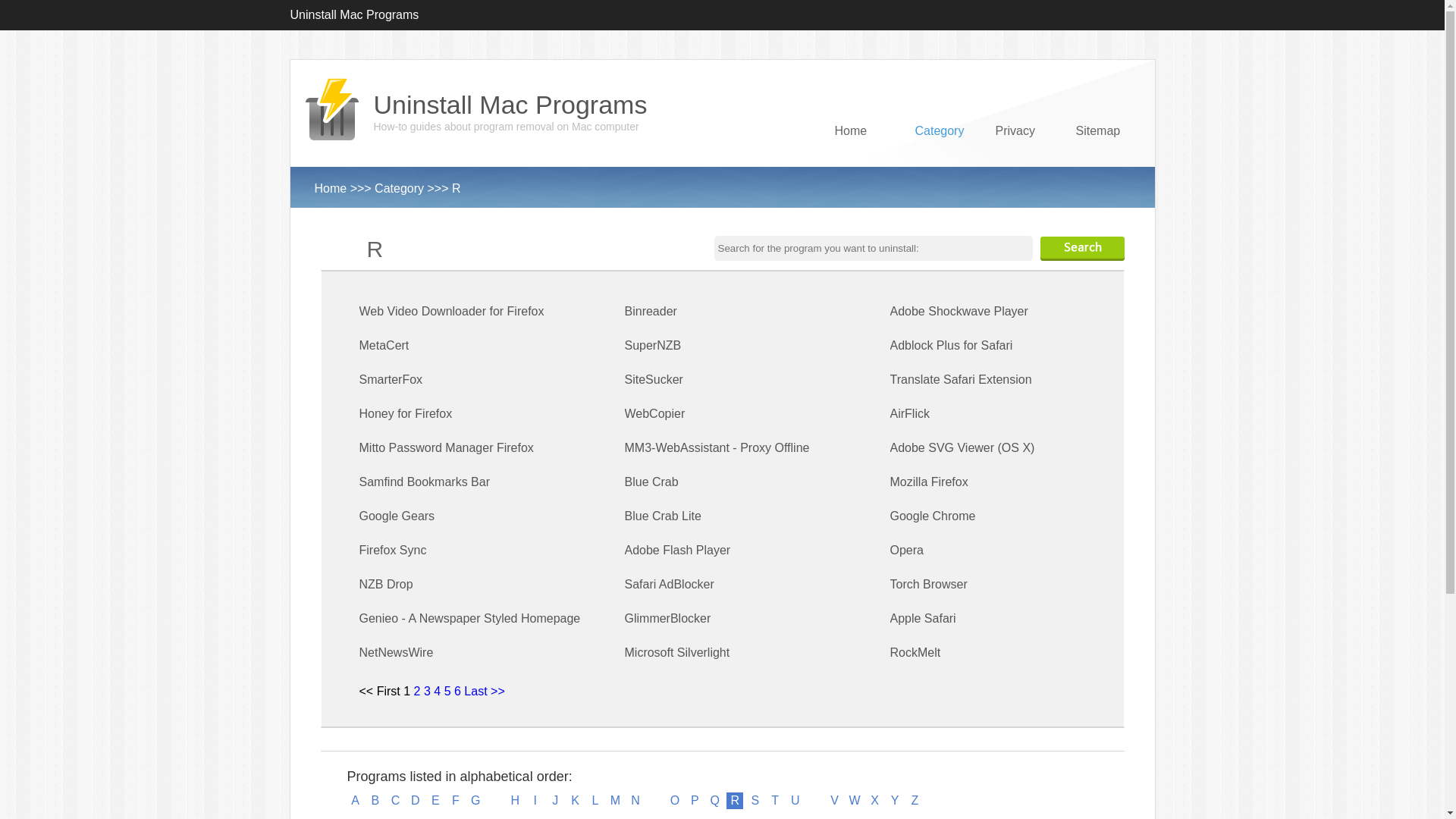 The image size is (1456, 819). What do you see at coordinates (775, 800) in the screenshot?
I see `'T'` at bounding box center [775, 800].